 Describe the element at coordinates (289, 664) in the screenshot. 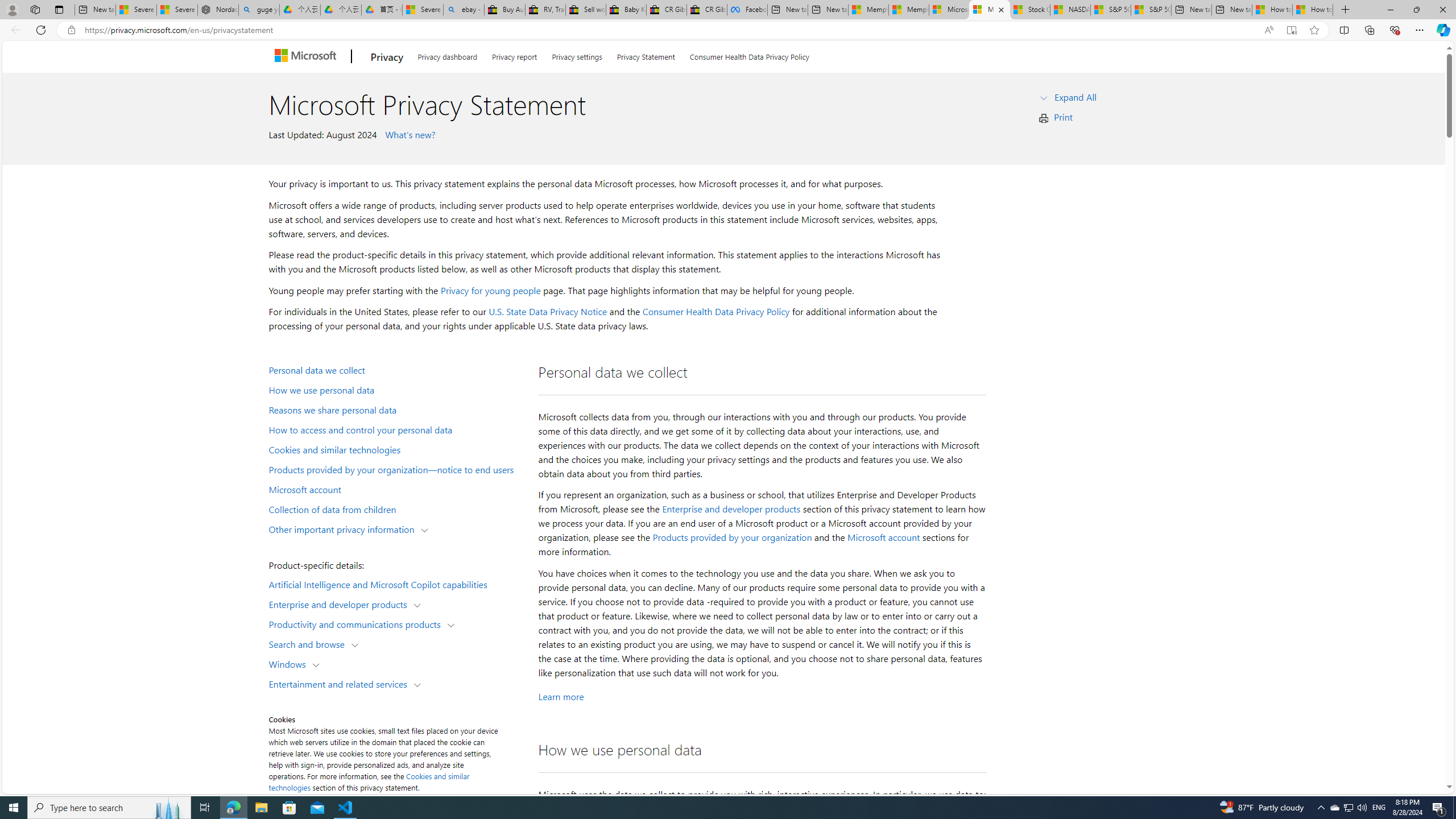

I see `'Windows'` at that location.